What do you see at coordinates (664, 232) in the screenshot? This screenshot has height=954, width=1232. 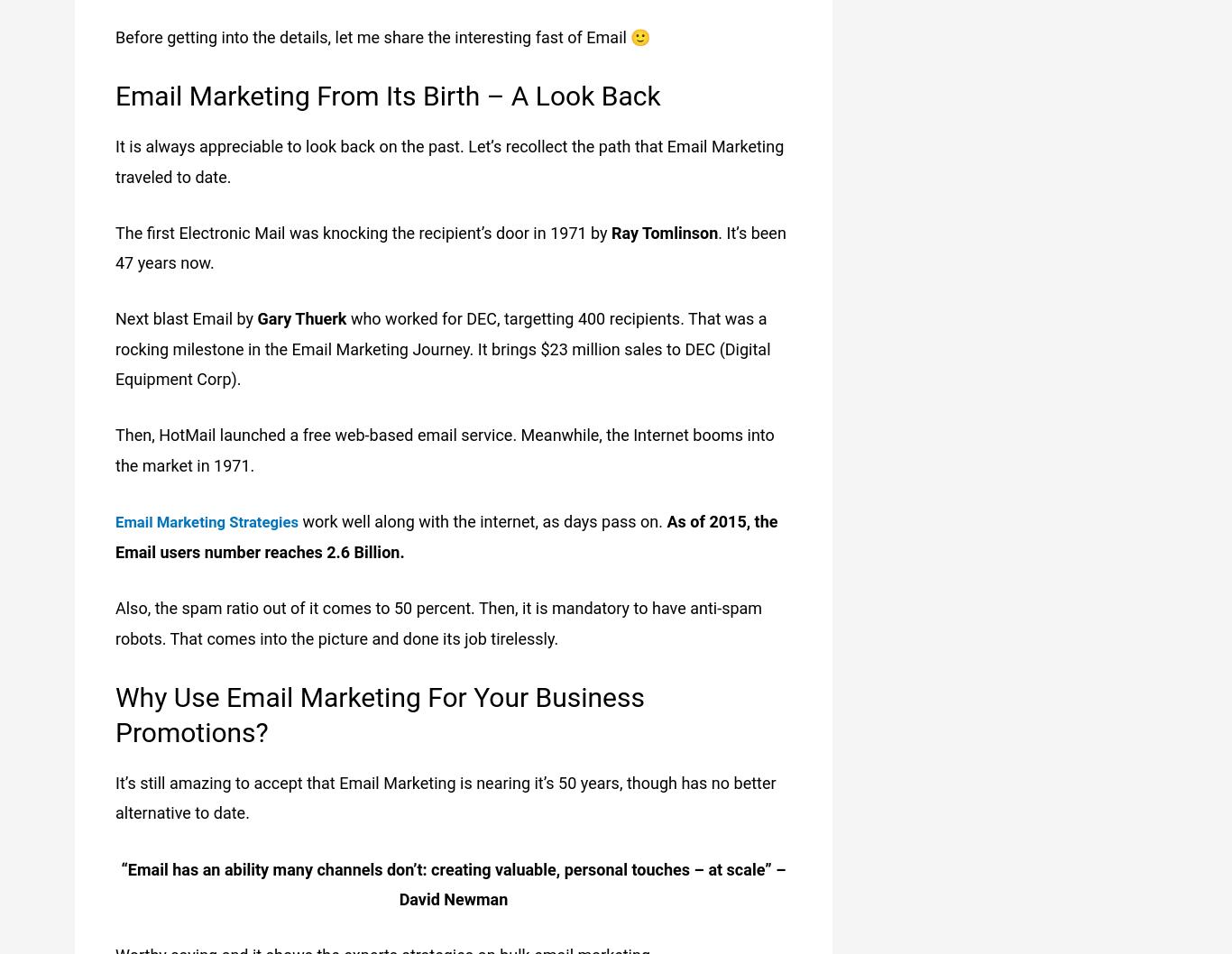 I see `'Ray Tomlinson'` at bounding box center [664, 232].